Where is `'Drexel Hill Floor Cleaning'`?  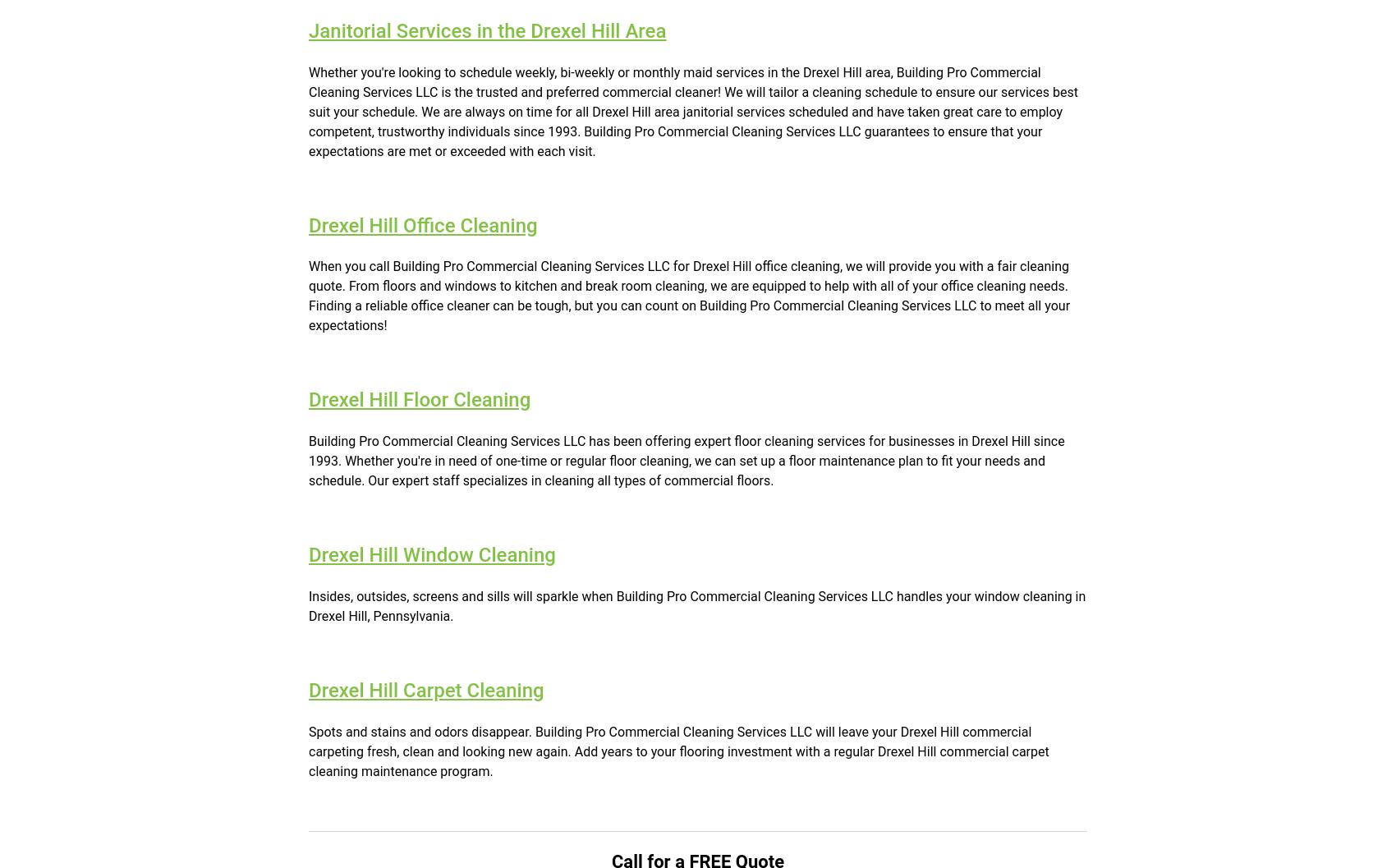
'Drexel Hill Floor Cleaning' is located at coordinates (420, 399).